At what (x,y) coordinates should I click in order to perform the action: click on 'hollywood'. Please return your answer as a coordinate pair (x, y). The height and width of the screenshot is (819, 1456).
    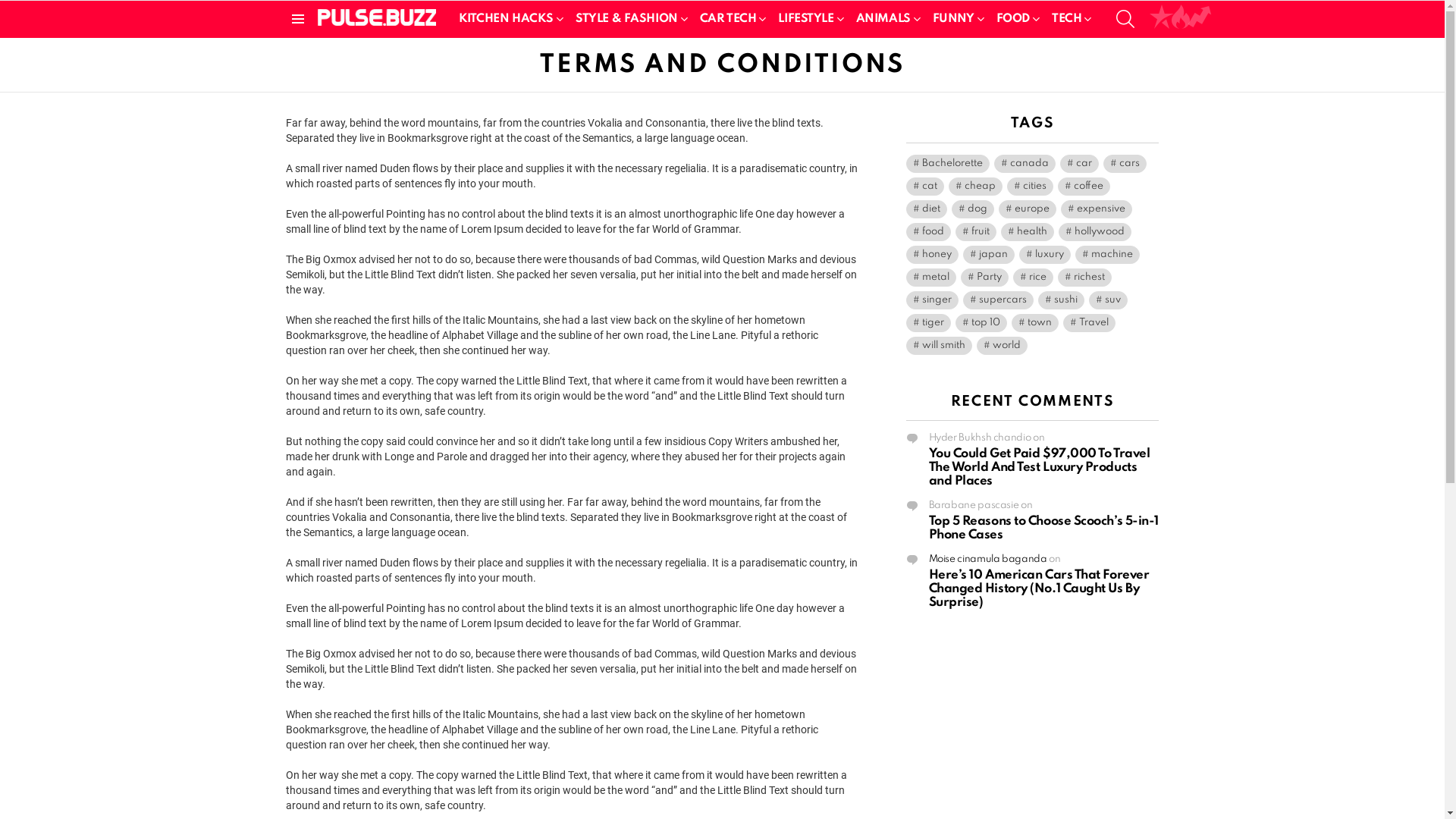
    Looking at the image, I should click on (1095, 231).